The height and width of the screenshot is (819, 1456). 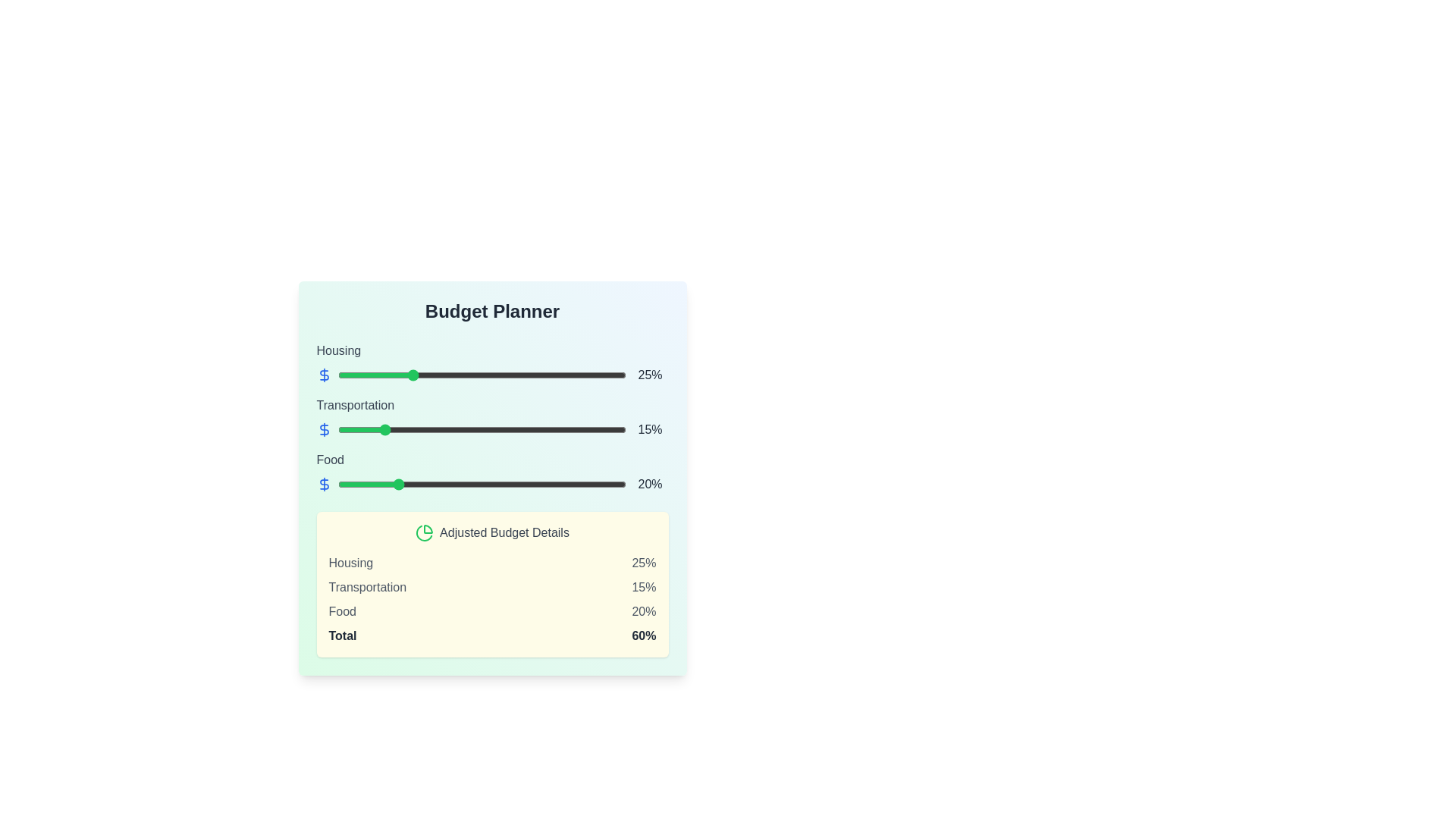 I want to click on the text label that reads 'Adjusted Budget Details' to interact with it, so click(x=504, y=532).